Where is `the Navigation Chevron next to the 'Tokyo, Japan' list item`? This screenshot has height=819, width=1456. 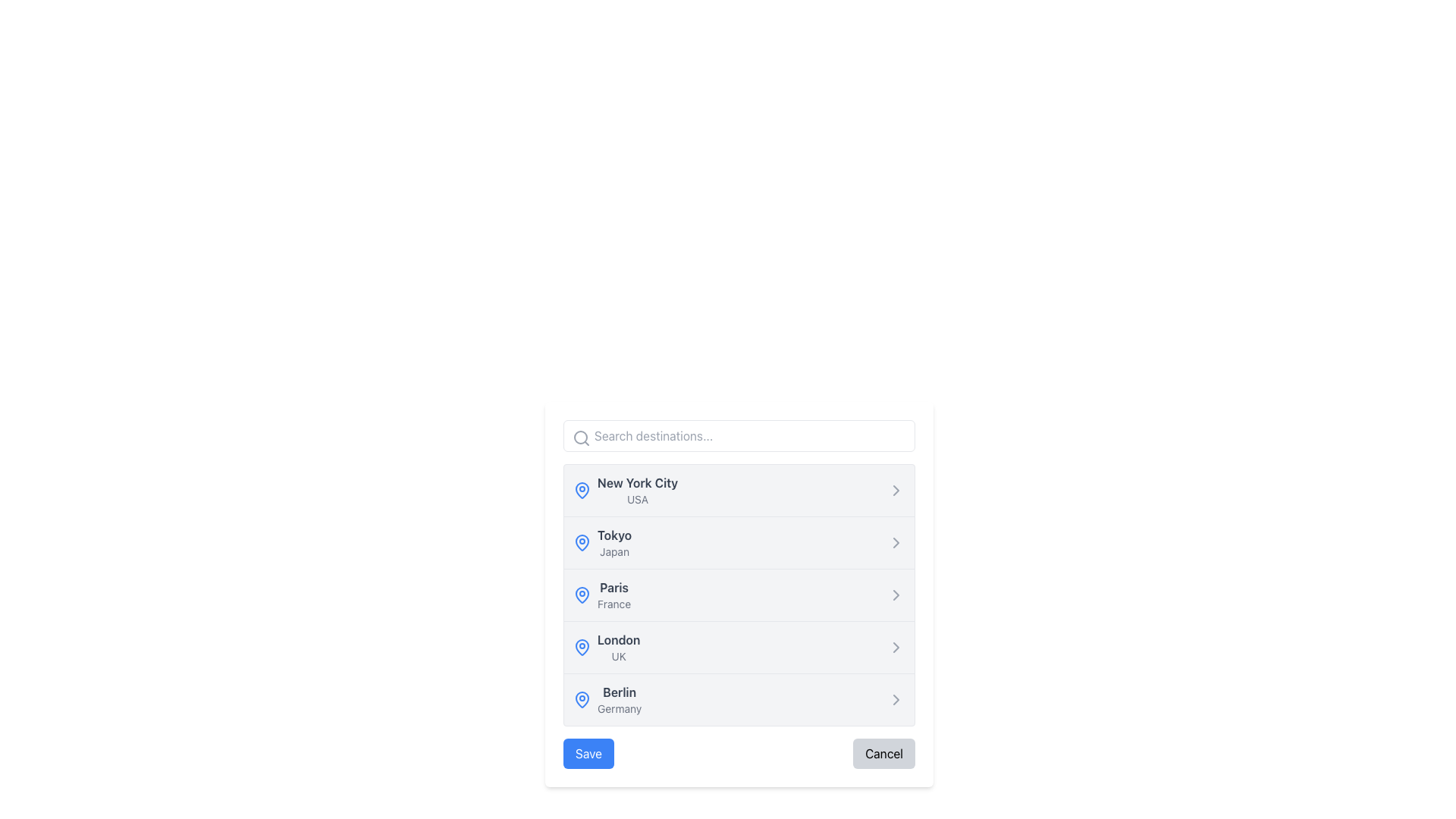 the Navigation Chevron next to the 'Tokyo, Japan' list item is located at coordinates (896, 542).